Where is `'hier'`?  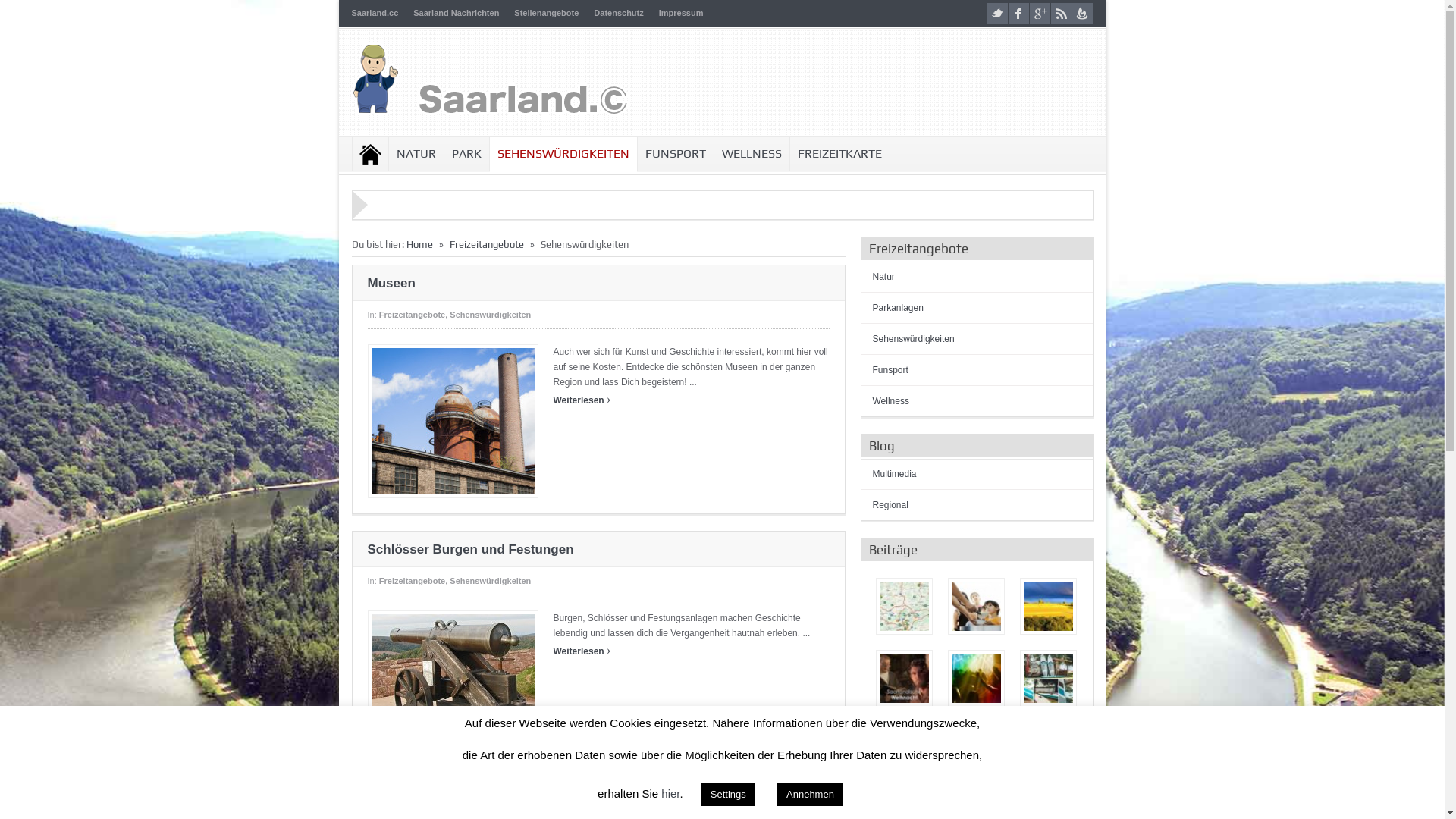 'hier' is located at coordinates (669, 792).